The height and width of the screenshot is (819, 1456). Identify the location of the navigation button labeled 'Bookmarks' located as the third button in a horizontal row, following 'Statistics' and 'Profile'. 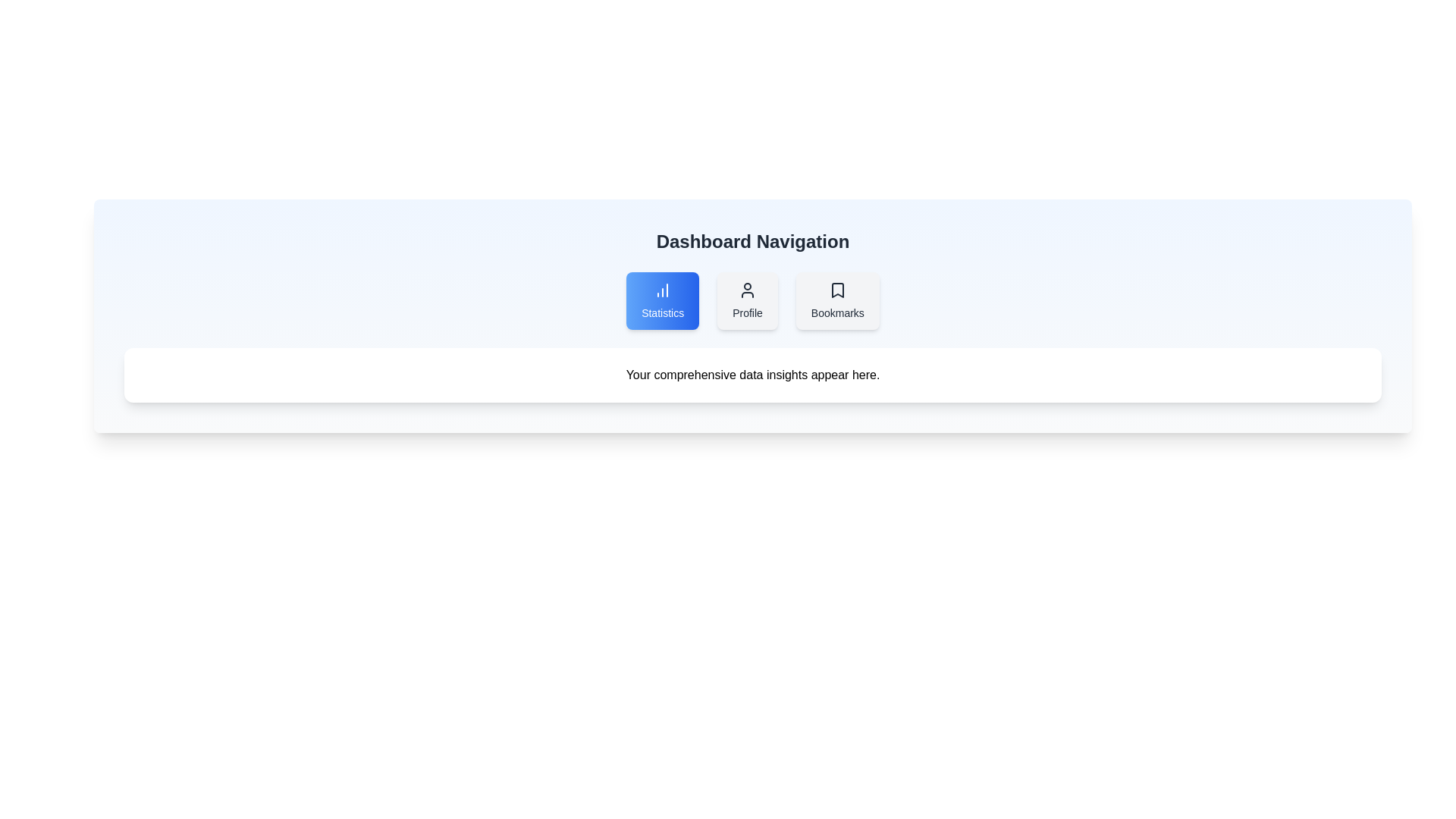
(836, 301).